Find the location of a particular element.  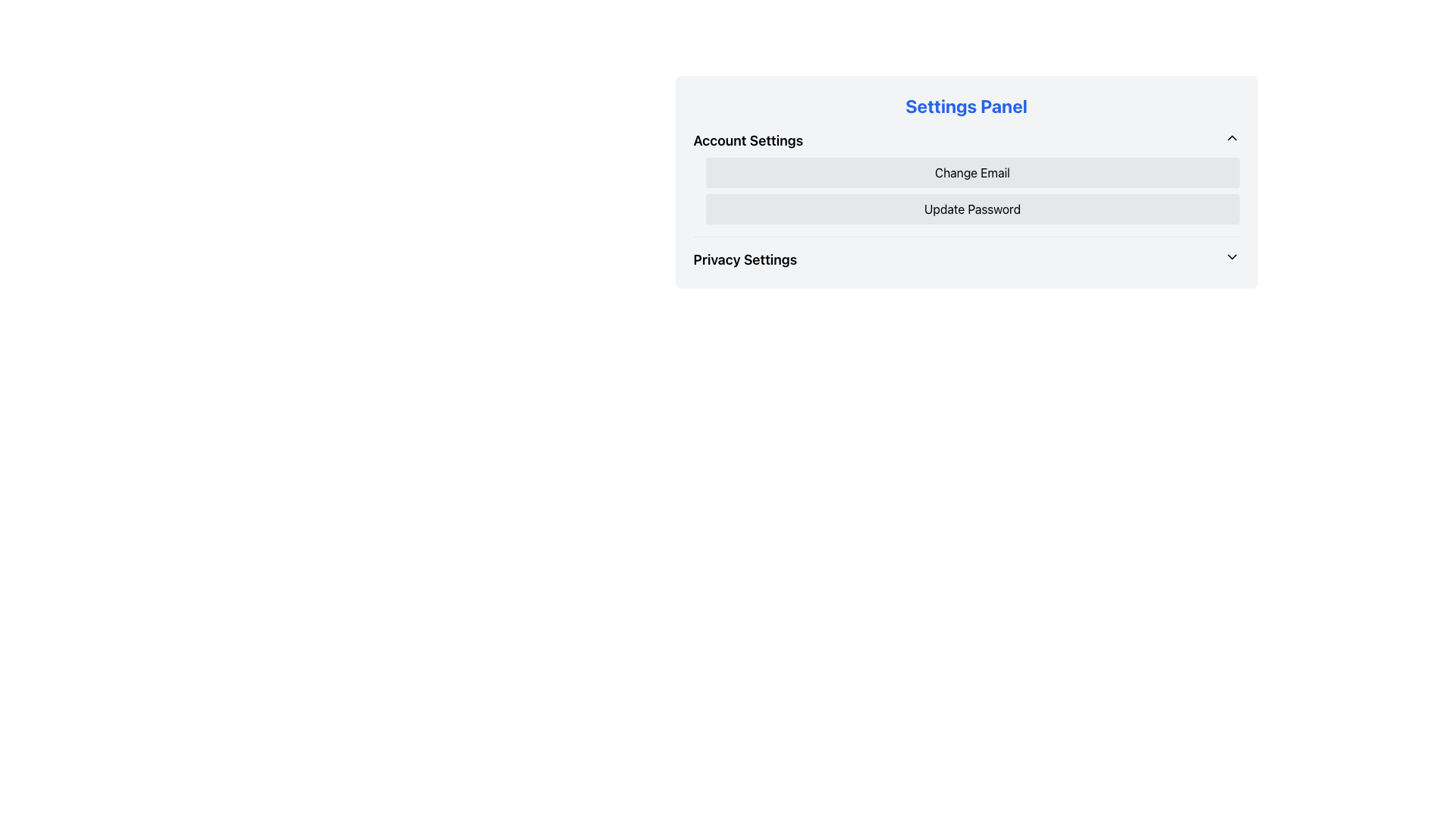

the small upward-pointing triangular icon located at the right end of the 'Account Settings' heading is located at coordinates (1232, 137).